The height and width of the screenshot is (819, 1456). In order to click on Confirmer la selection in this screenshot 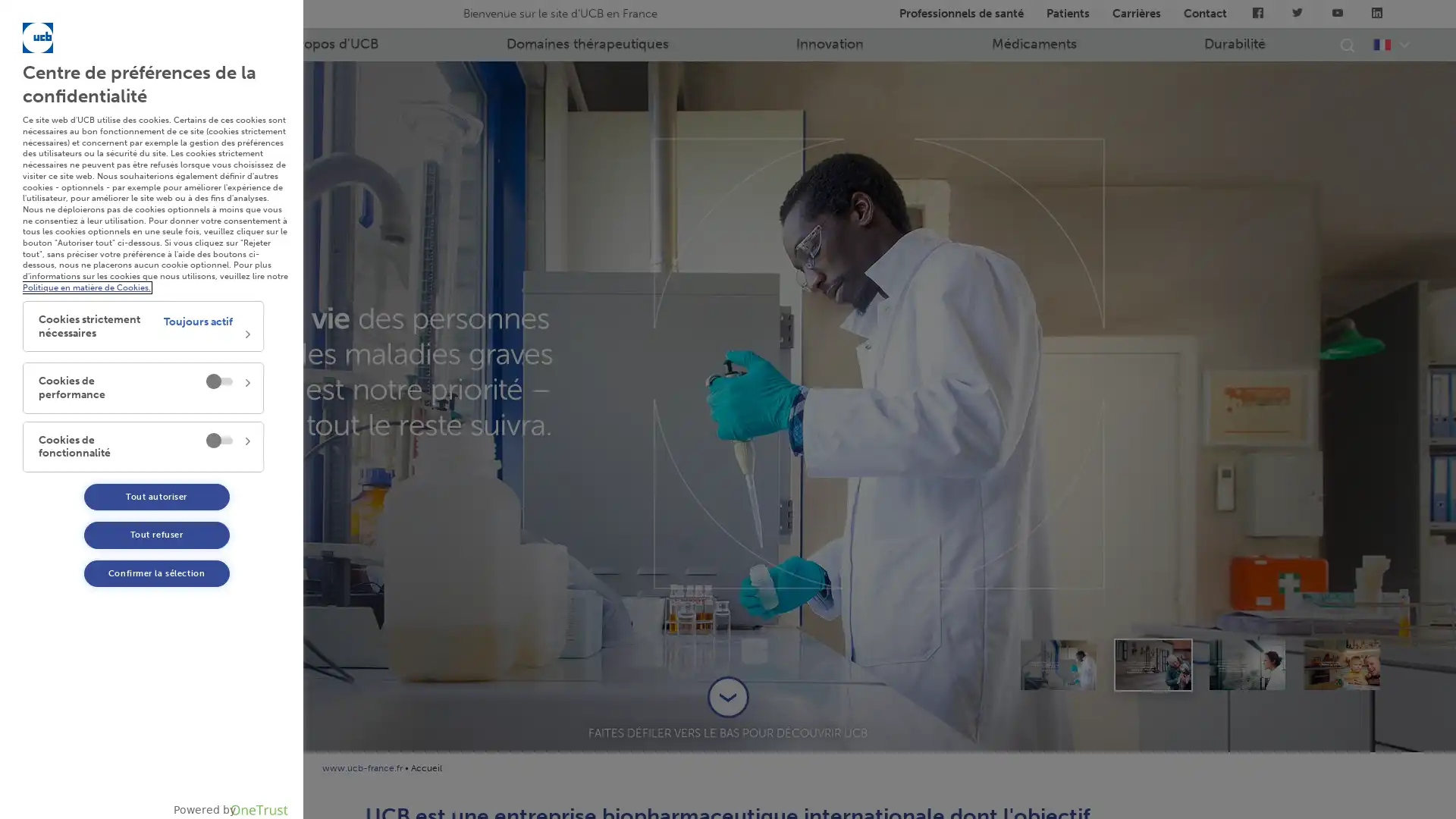, I will do `click(156, 573)`.